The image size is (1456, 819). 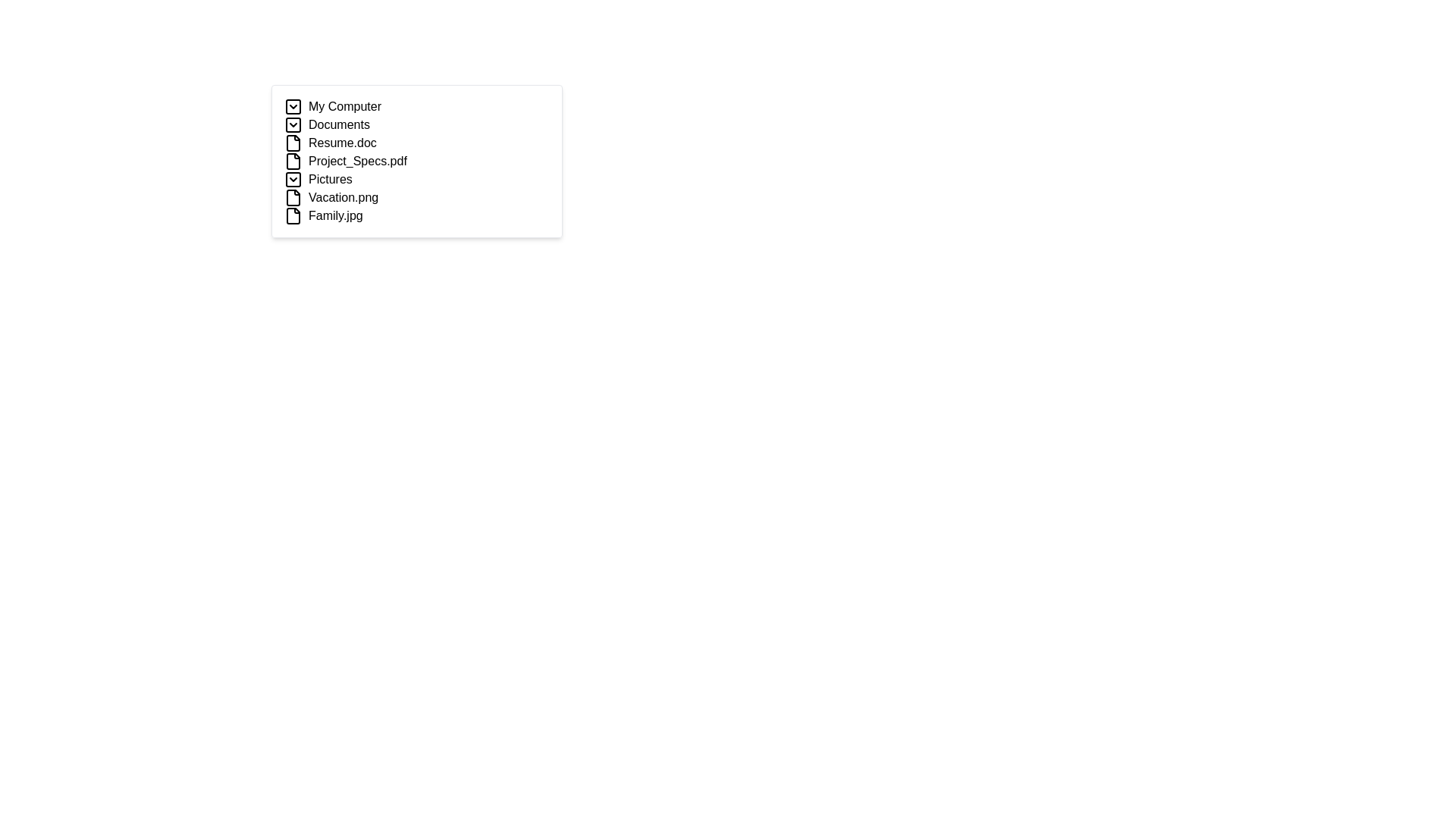 I want to click on the text label 'Family.jpg', which is the seventh entry, so click(x=334, y=216).